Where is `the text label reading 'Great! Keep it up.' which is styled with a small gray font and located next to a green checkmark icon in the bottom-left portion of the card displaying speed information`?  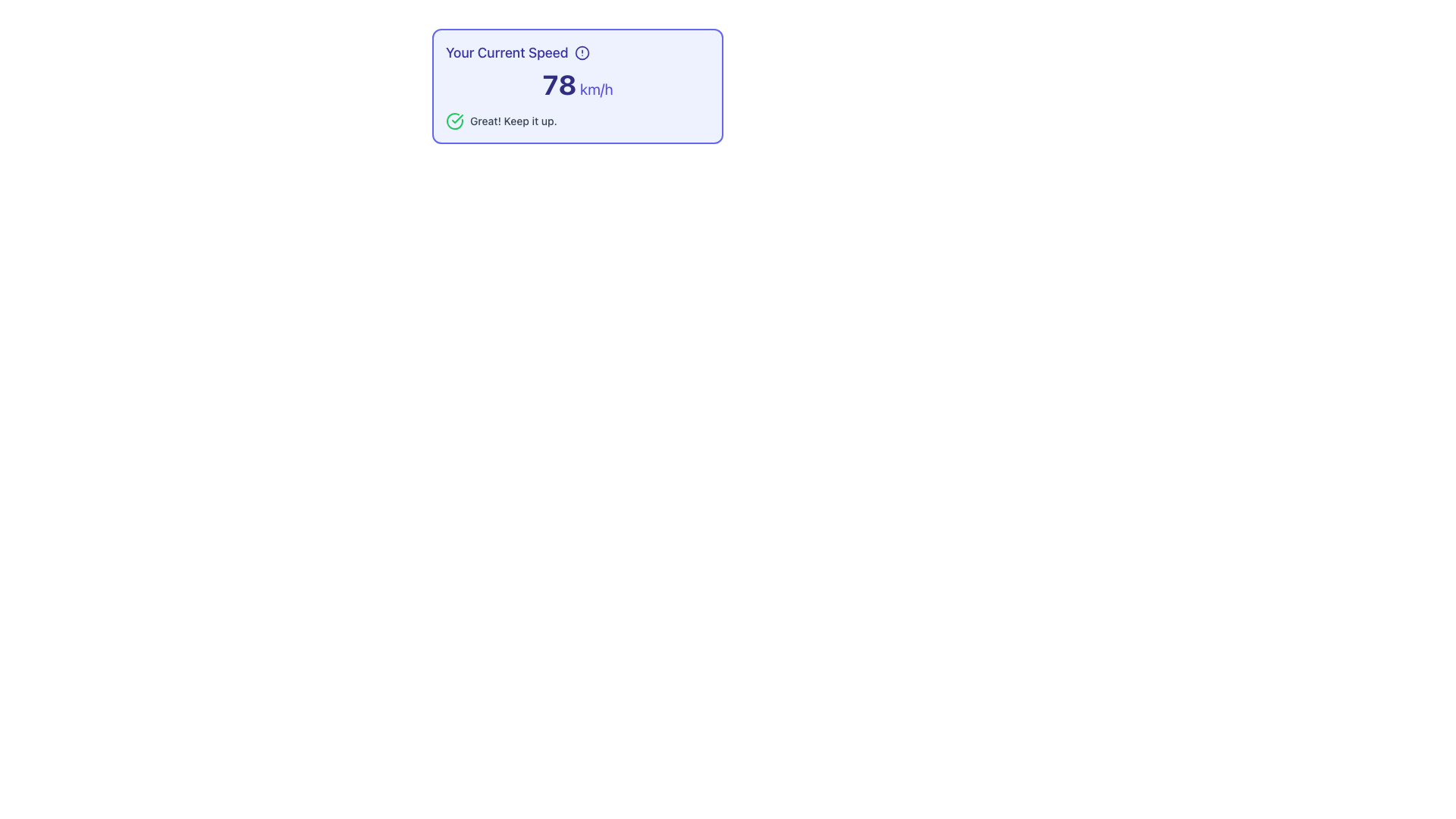 the text label reading 'Great! Keep it up.' which is styled with a small gray font and located next to a green checkmark icon in the bottom-left portion of the card displaying speed information is located at coordinates (513, 120).